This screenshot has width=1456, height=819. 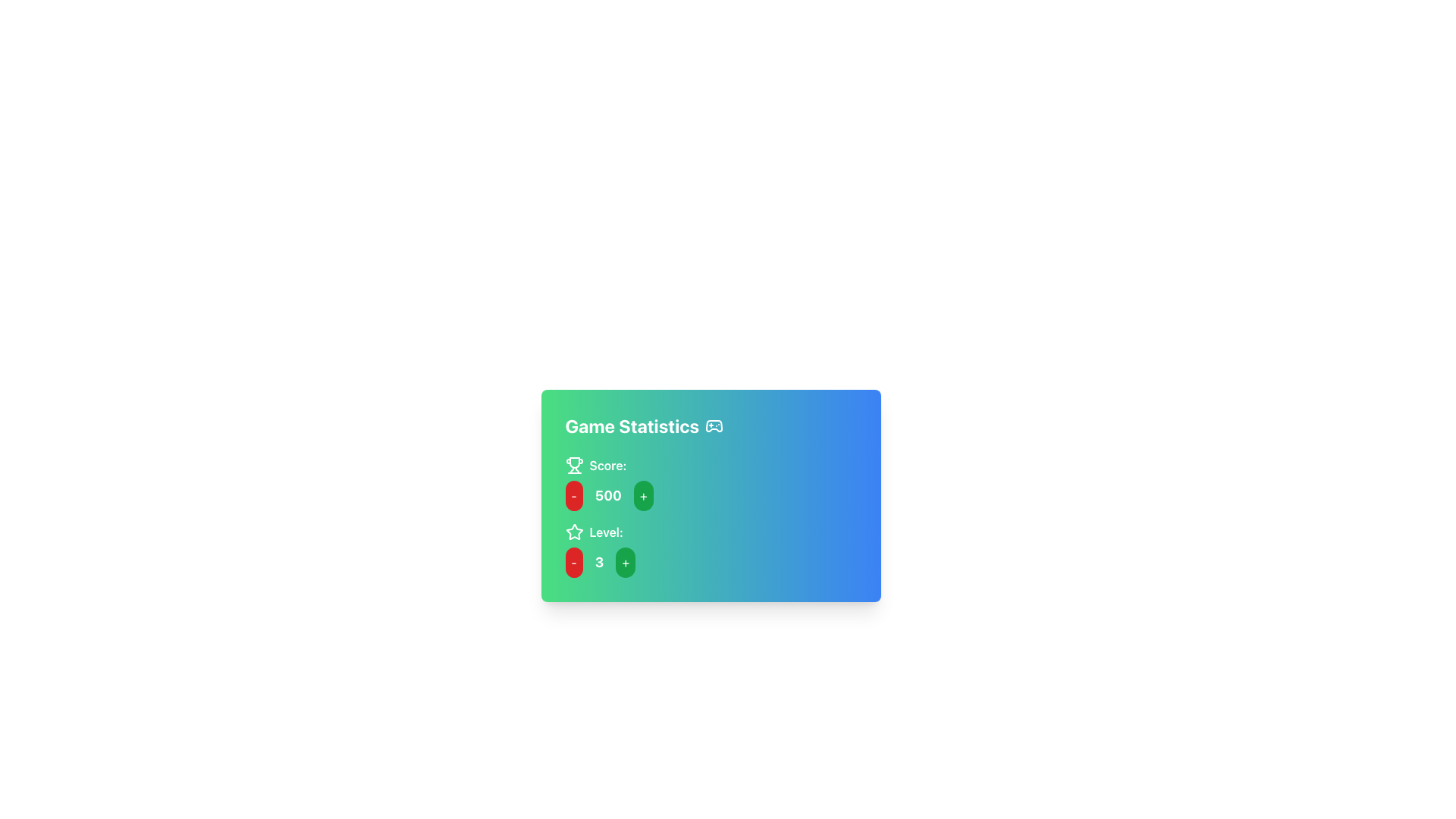 I want to click on the game controller icon located in the top-right corner of the 'Game Statistics' panel, so click(x=714, y=426).